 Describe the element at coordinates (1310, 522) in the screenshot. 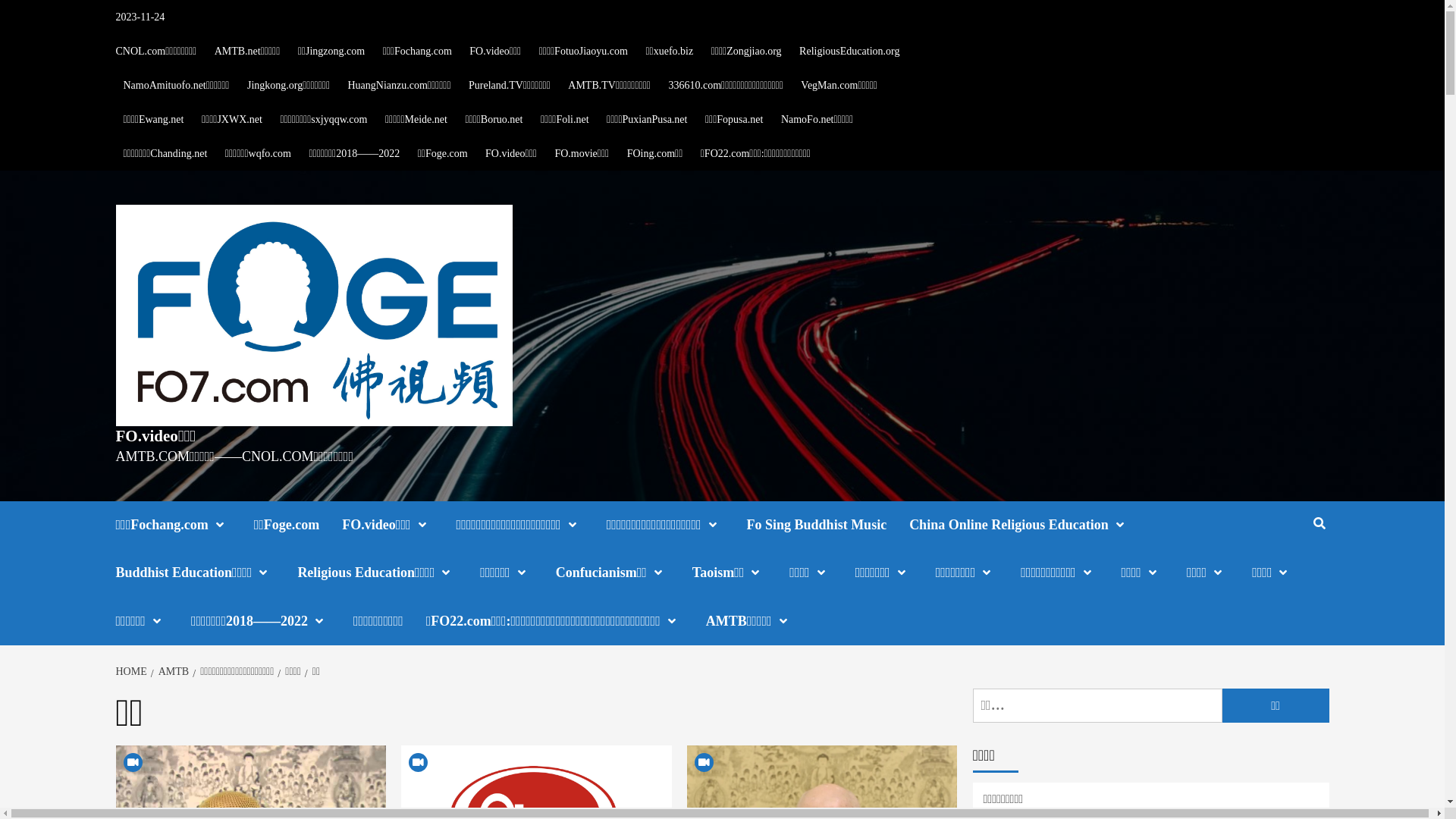

I see `'Search'` at that location.